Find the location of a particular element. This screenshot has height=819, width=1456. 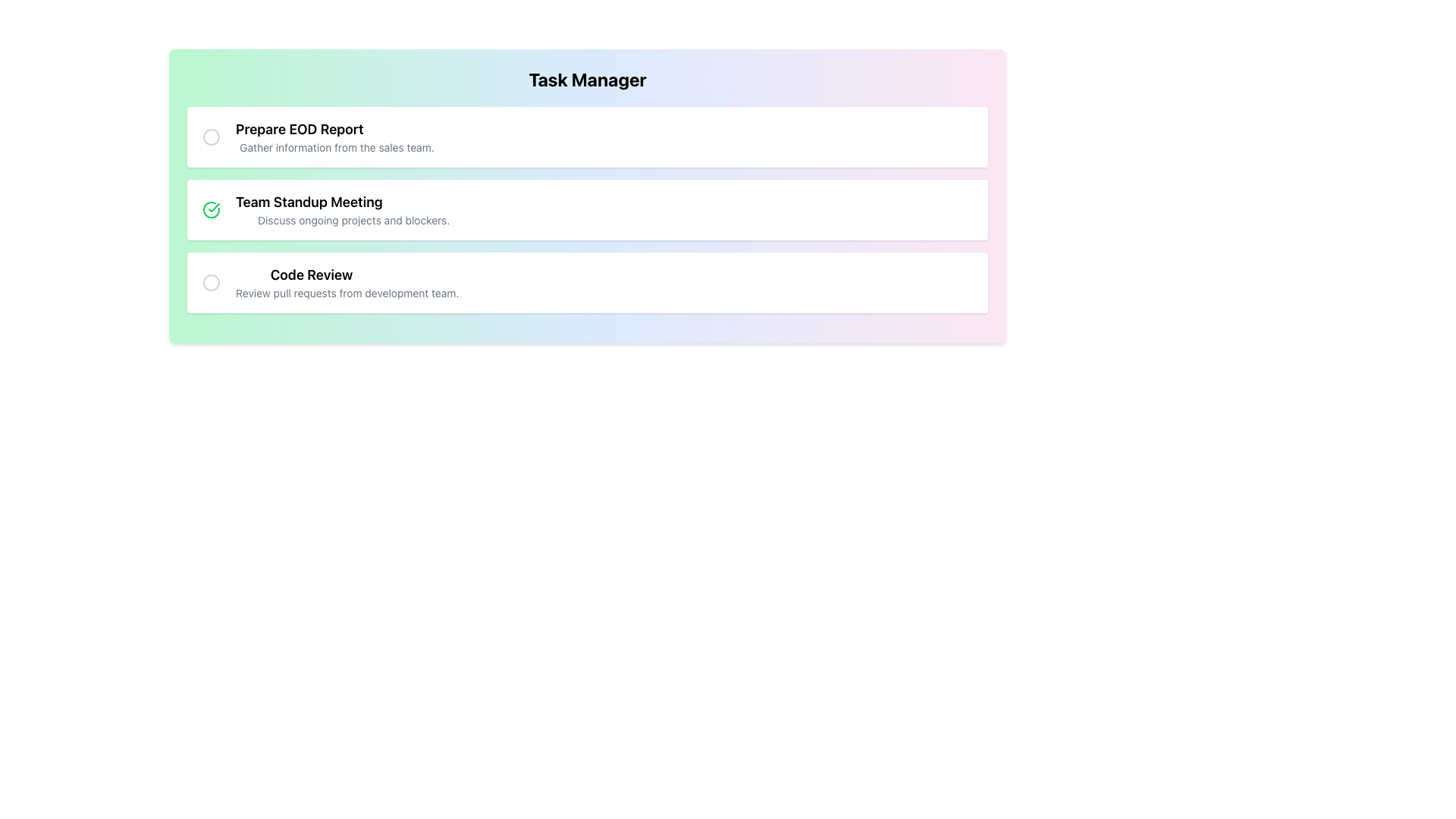

the text snippet that reads 'Gather information from the sales team.' located beneath the title 'Prepare EOD Report' in the task list is located at coordinates (336, 148).